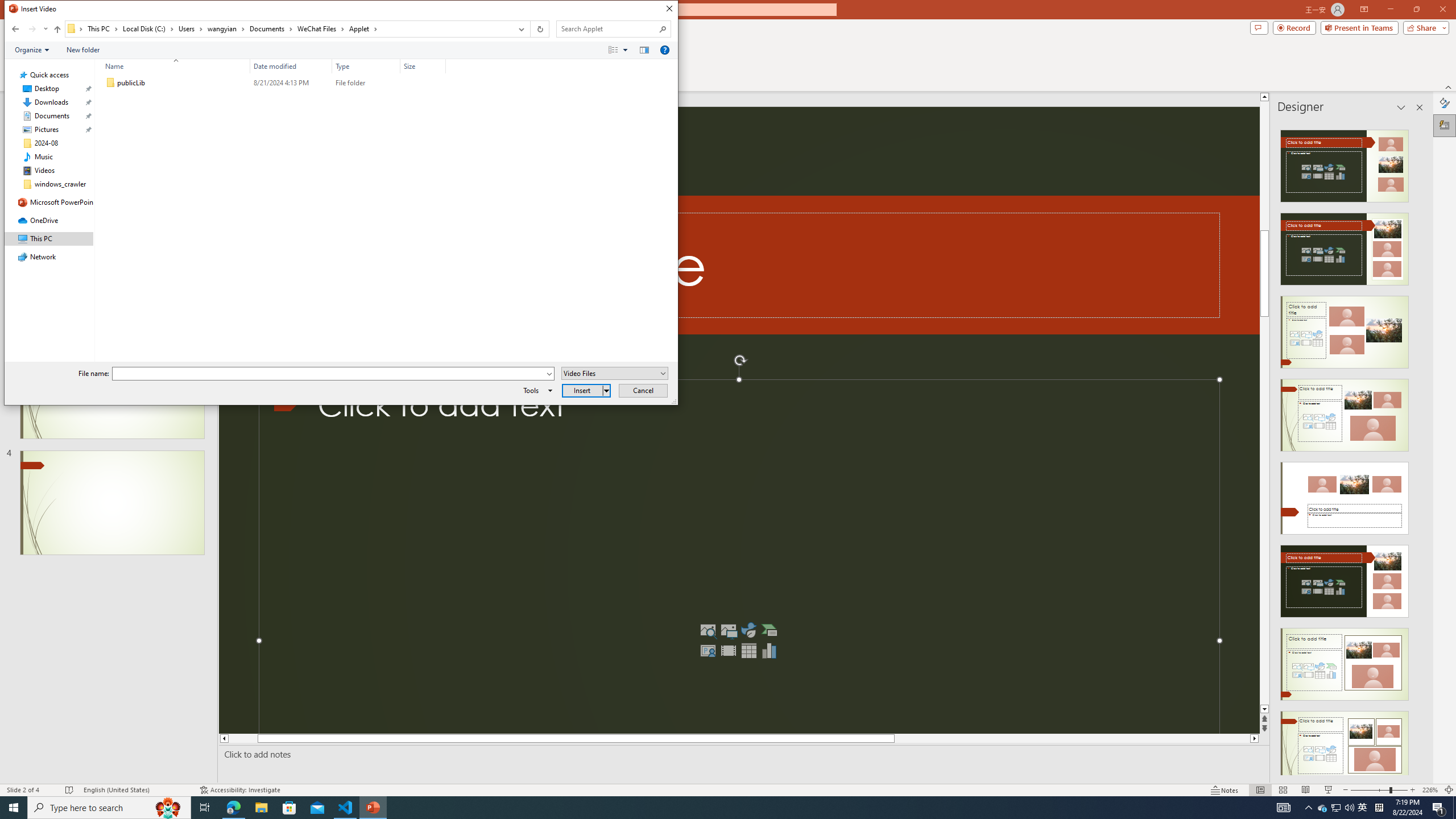  Describe the element at coordinates (28, 28) in the screenshot. I see `'Navigation buttons'` at that location.